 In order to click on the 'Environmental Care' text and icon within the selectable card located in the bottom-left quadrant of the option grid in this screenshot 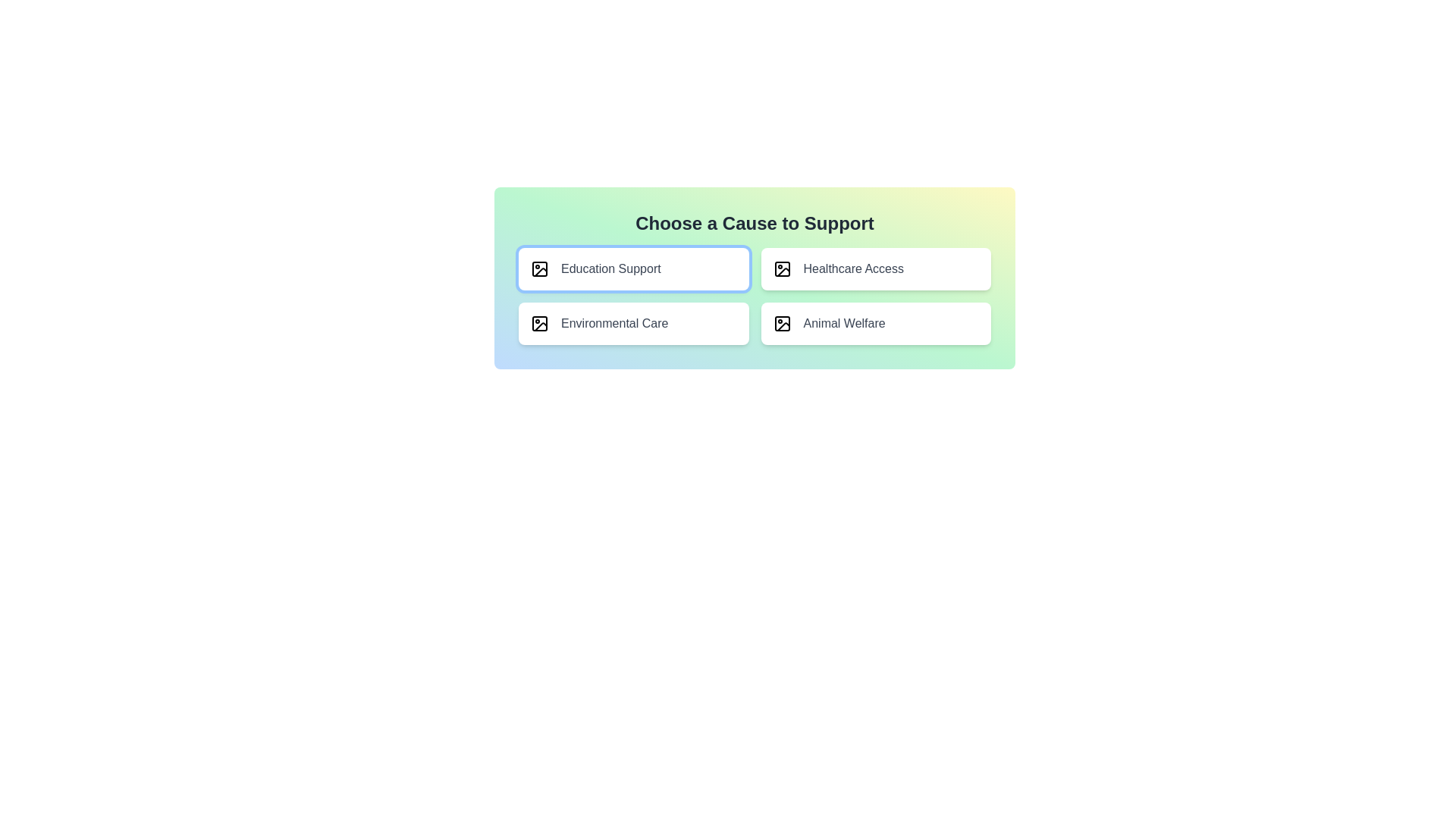, I will do `click(598, 323)`.